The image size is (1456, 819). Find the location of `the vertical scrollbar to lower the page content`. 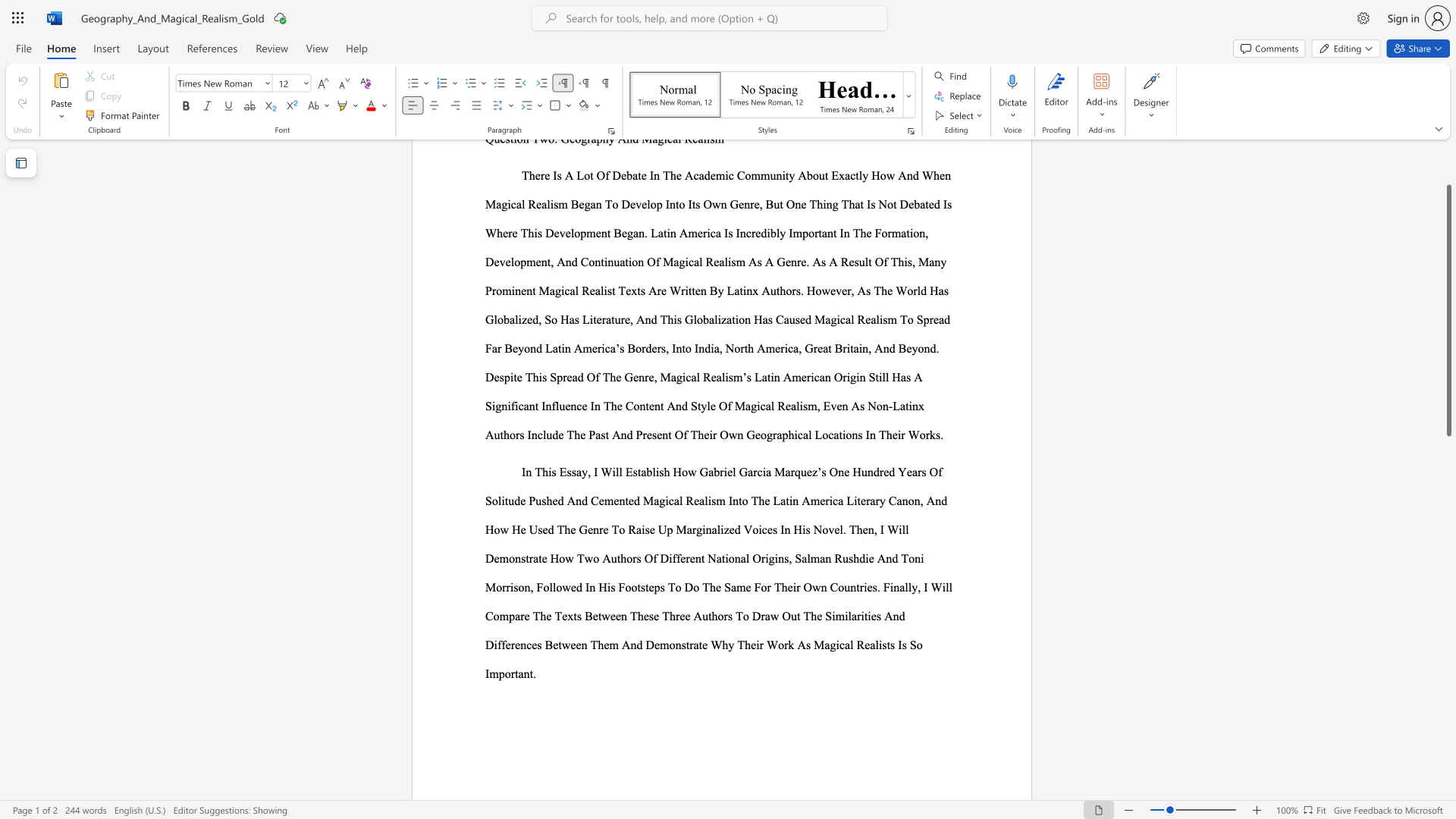

the vertical scrollbar to lower the page content is located at coordinates (1448, 674).